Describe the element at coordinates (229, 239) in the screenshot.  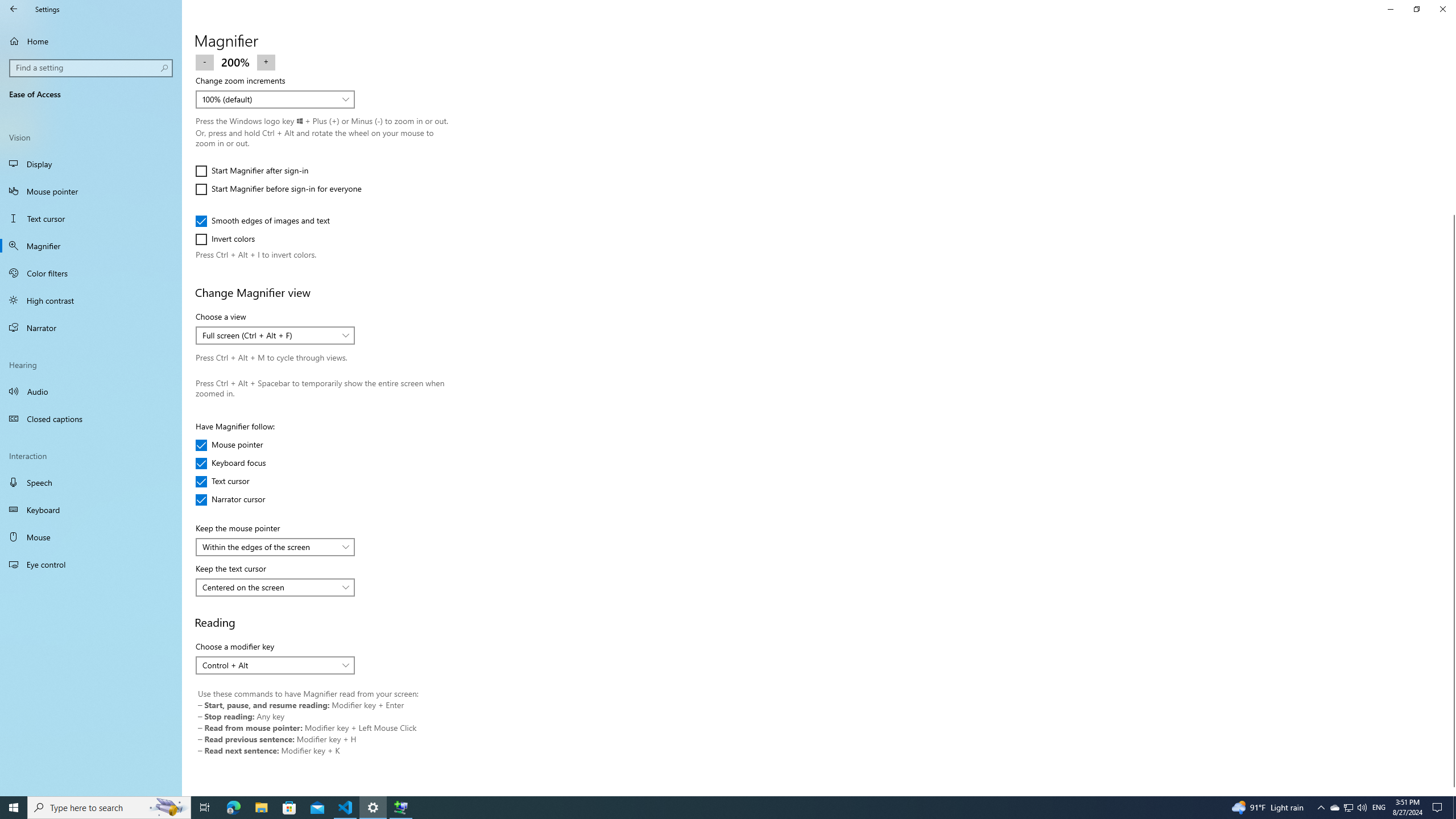
I see `'Invert colors'` at that location.